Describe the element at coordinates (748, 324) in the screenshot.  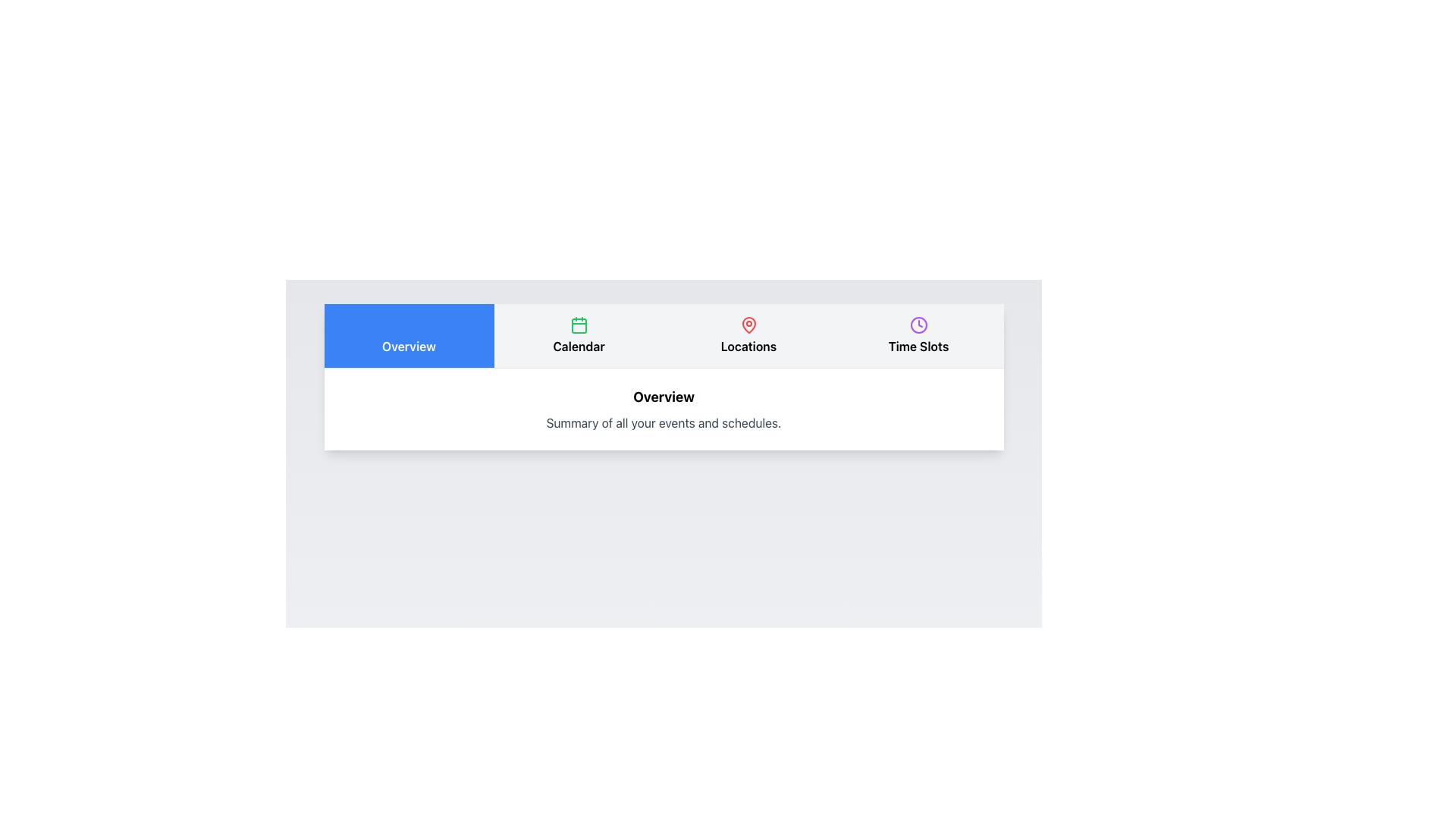
I see `the 'Locations' icon, which is located on the navigation bar to the right of the 'Calendar' icon and to the left of the 'Time Slots' icon` at that location.